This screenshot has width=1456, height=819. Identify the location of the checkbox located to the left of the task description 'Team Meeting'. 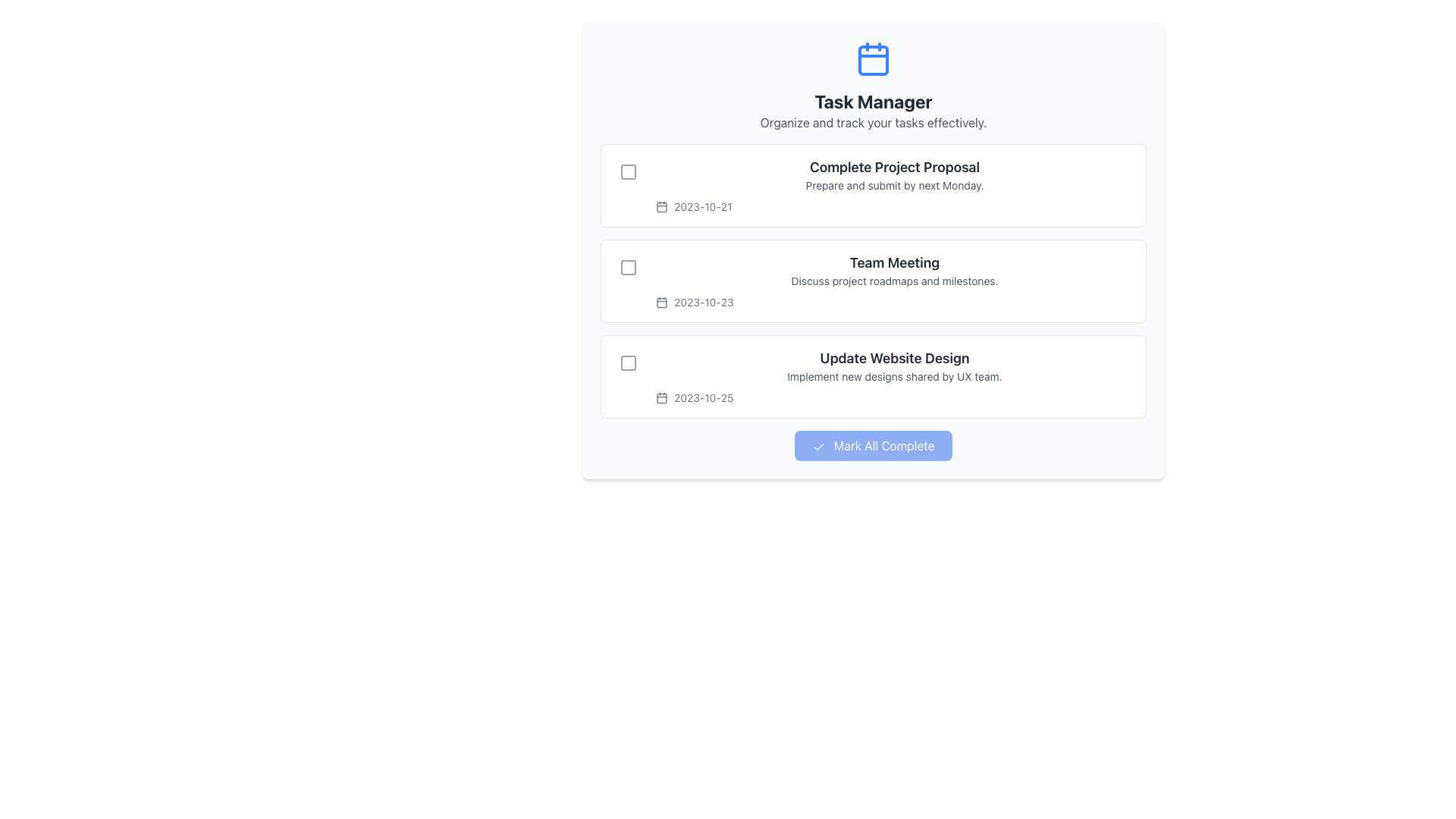
(629, 267).